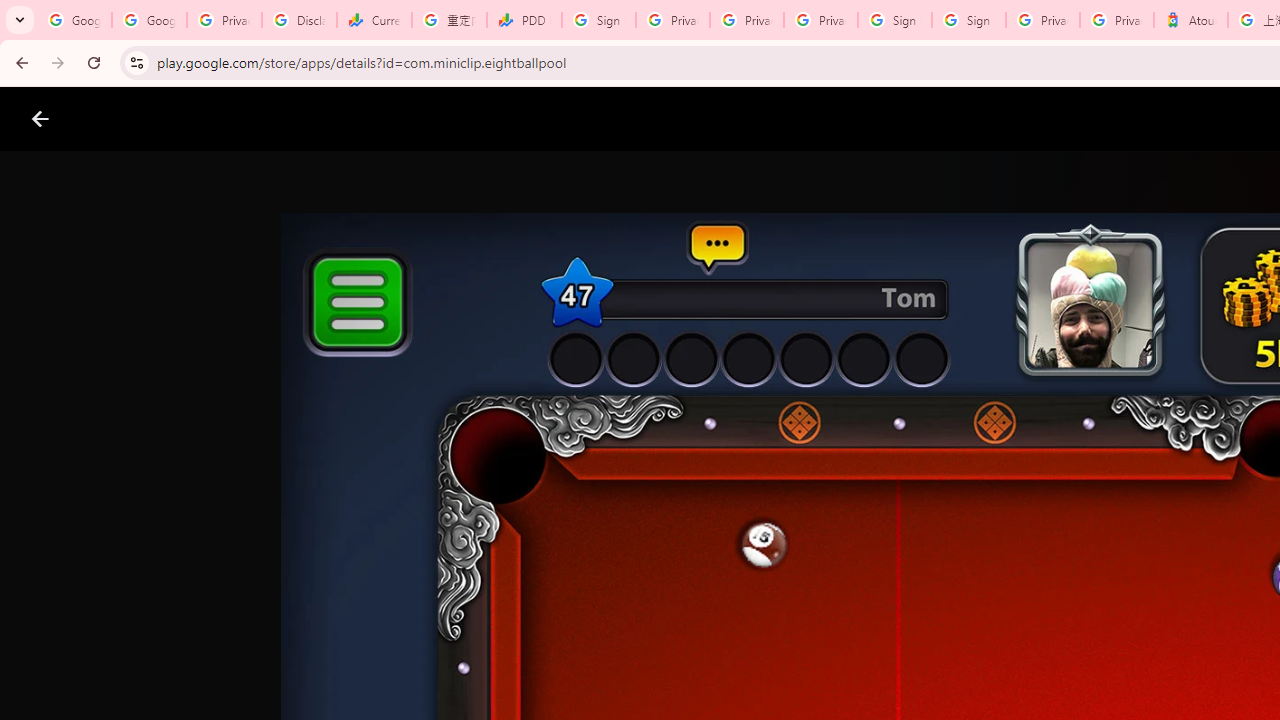  Describe the element at coordinates (1191, 20) in the screenshot. I see `'Atour Hotel - Google hotels'` at that location.